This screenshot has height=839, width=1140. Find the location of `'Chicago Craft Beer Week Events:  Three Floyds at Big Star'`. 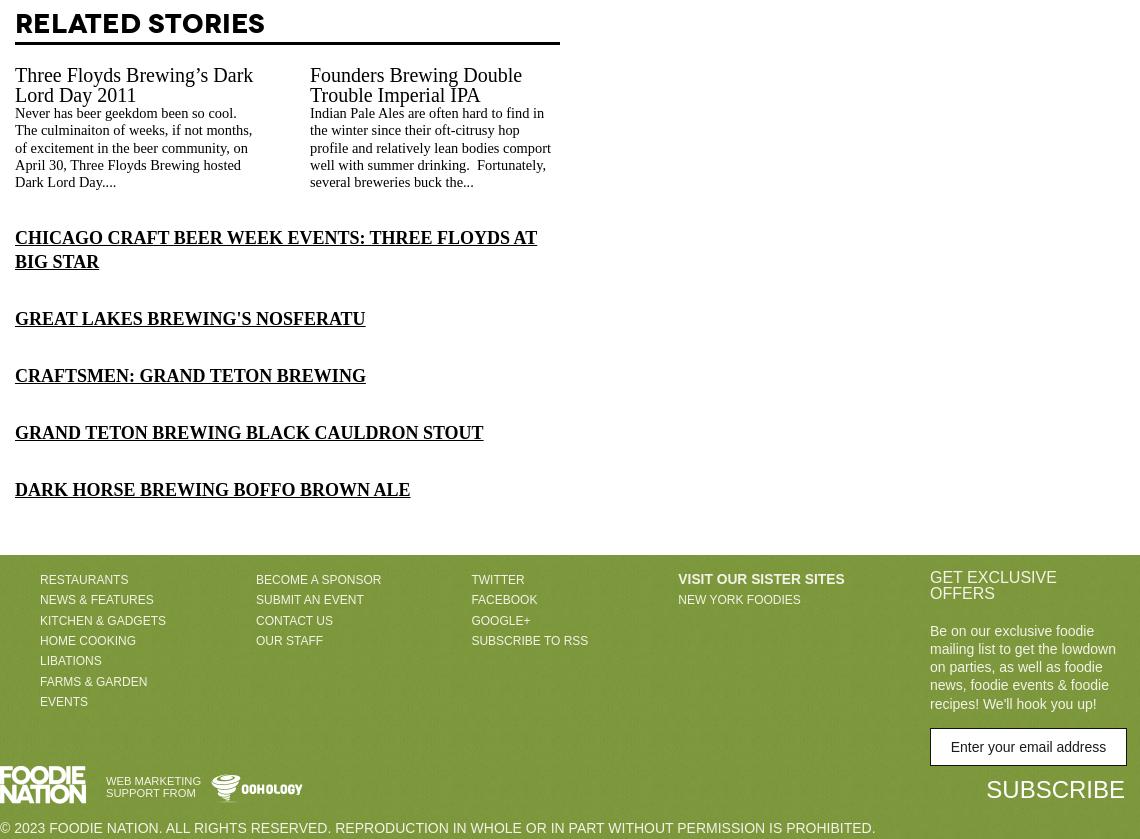

'Chicago Craft Beer Week Events:  Three Floyds at Big Star' is located at coordinates (274, 249).